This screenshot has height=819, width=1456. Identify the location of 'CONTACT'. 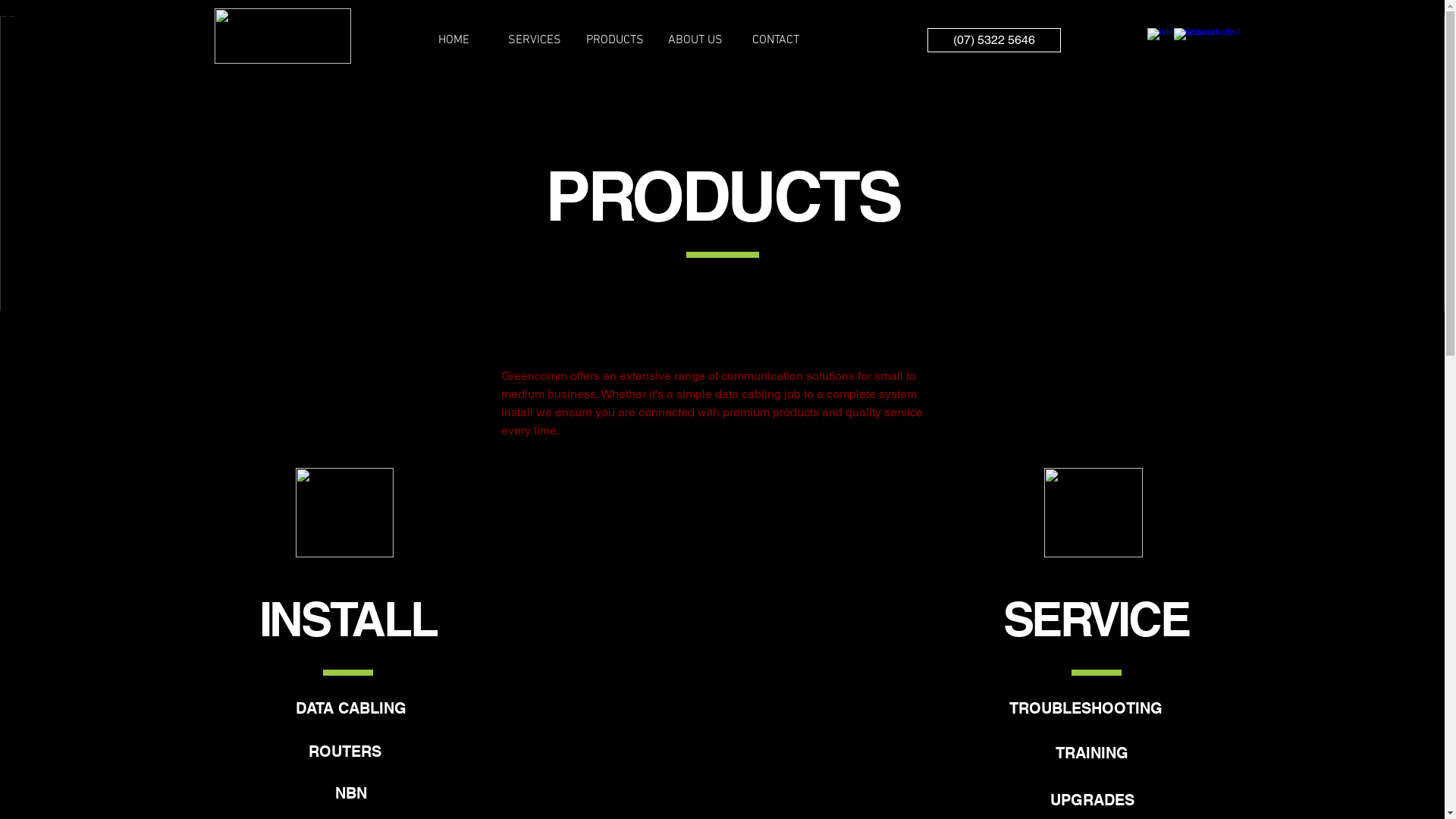
(775, 39).